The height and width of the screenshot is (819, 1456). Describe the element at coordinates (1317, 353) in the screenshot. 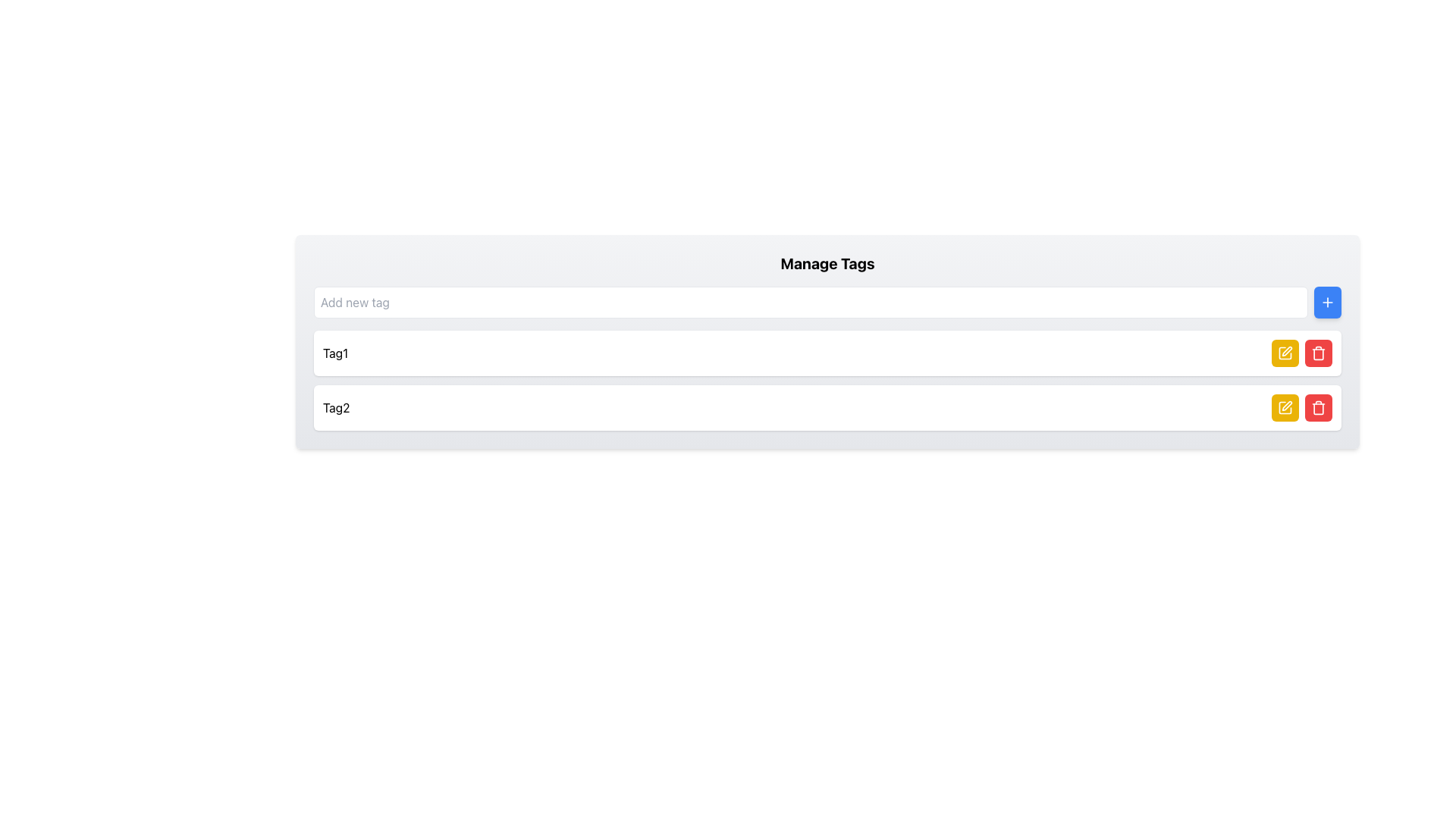

I see `the delete icon, which is a minimalist trash can icon with a red background, located next to a yellow edit icon in the second row of the interface` at that location.